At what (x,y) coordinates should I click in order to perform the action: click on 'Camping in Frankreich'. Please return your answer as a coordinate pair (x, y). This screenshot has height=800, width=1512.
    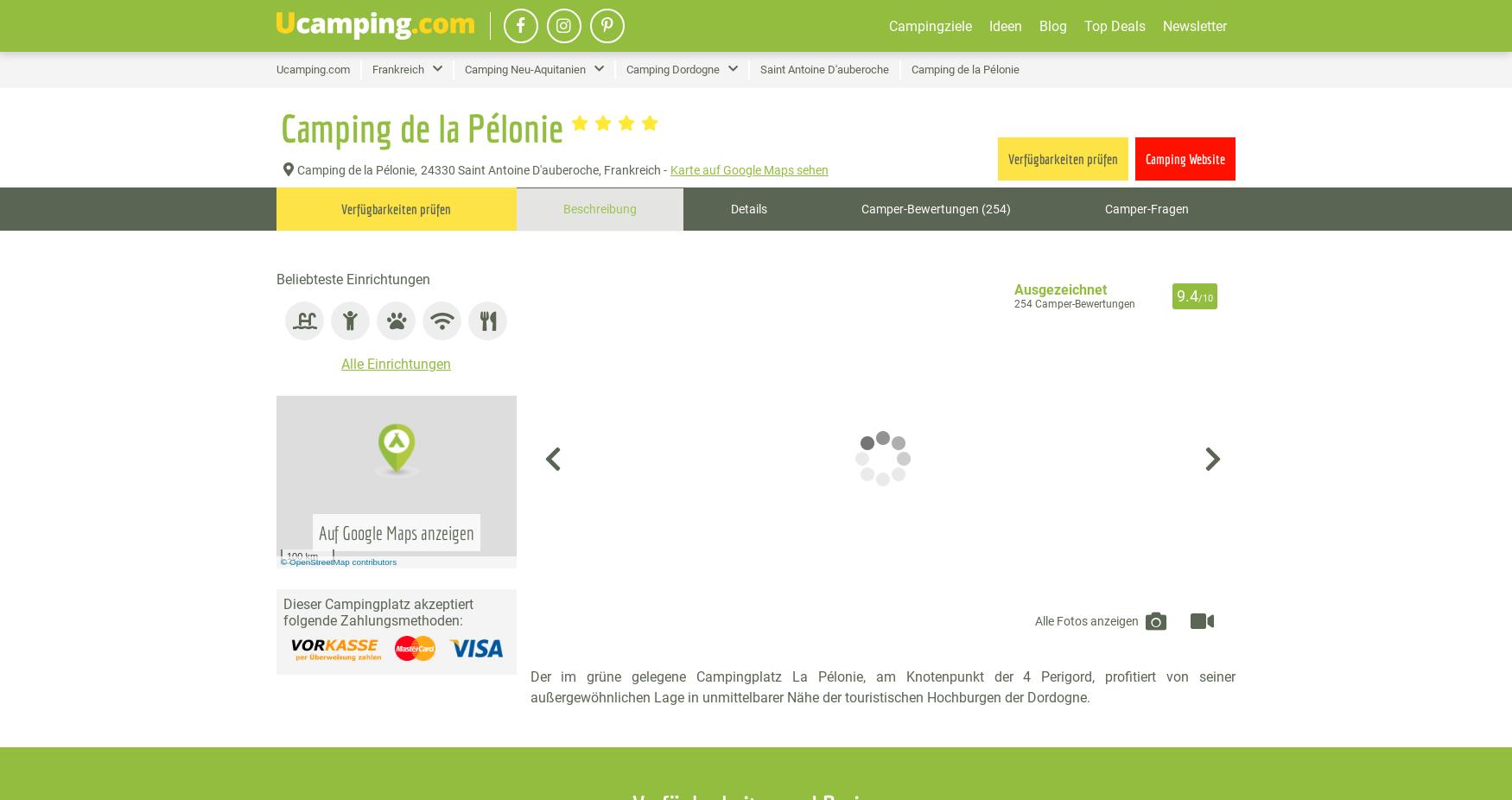
    Looking at the image, I should click on (719, 91).